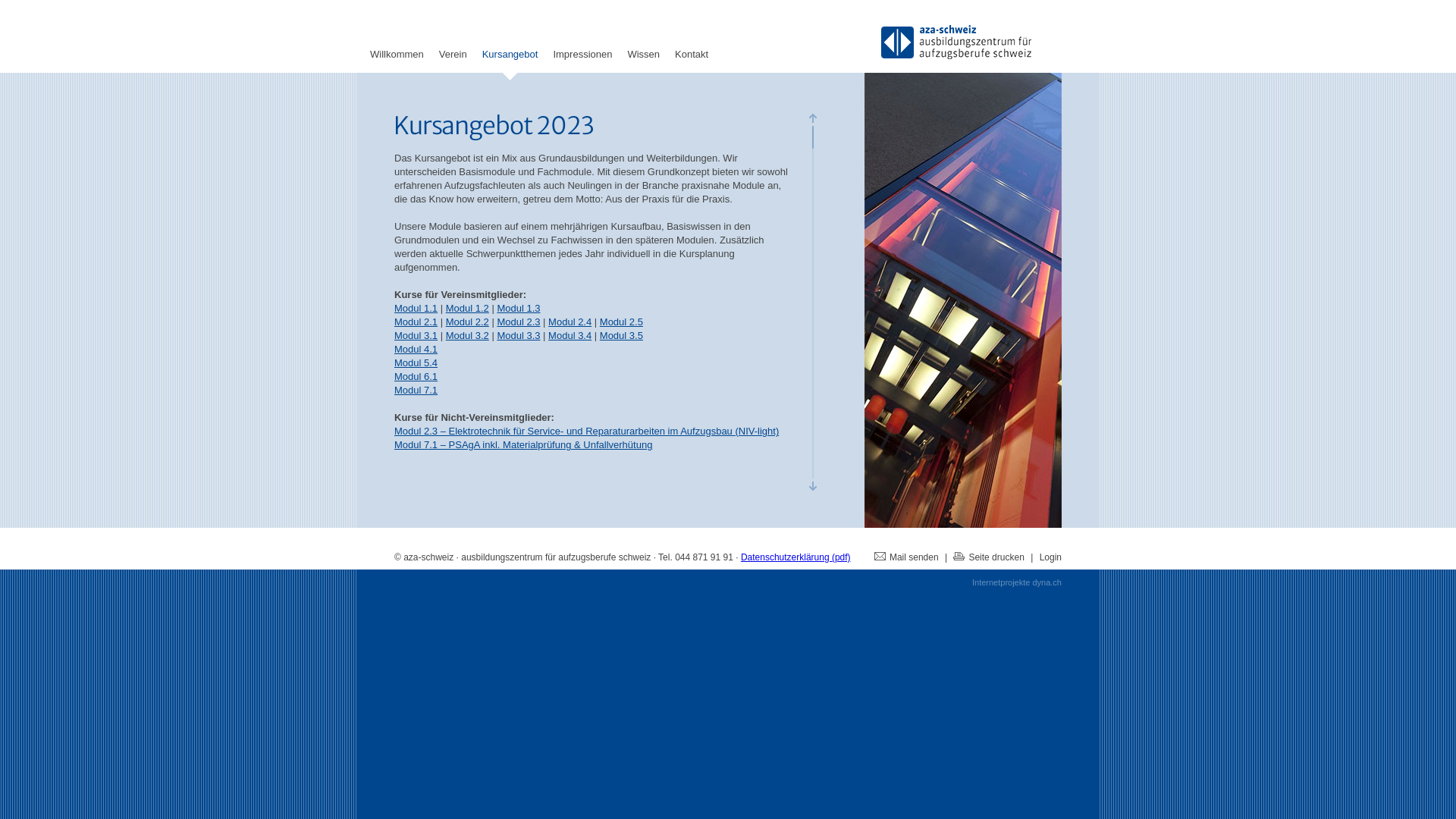  Describe the element at coordinates (1050, 557) in the screenshot. I see `'Login'` at that location.